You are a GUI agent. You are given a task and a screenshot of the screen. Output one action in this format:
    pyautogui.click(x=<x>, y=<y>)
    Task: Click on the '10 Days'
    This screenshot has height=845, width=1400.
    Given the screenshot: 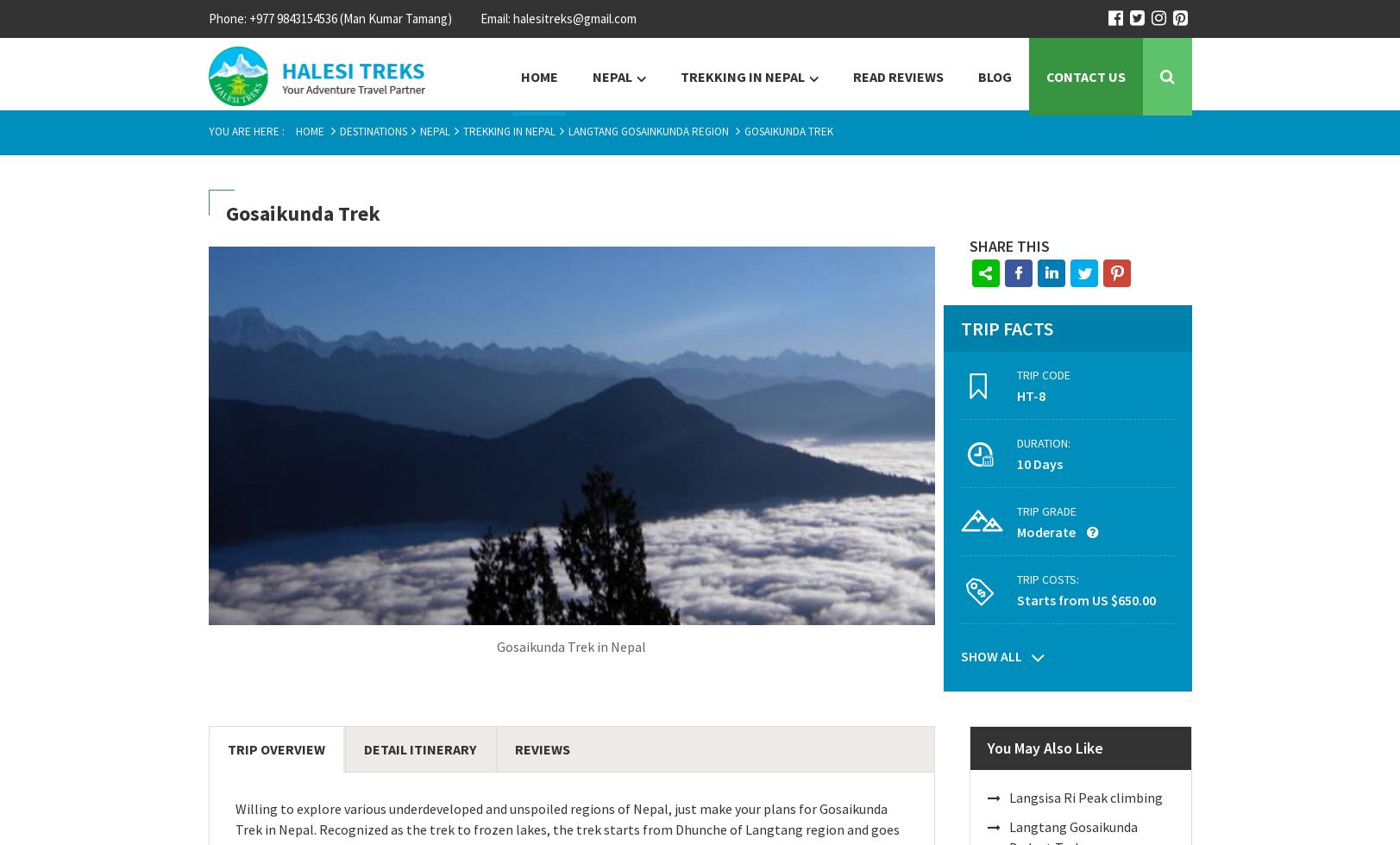 What is the action you would take?
    pyautogui.click(x=1039, y=464)
    